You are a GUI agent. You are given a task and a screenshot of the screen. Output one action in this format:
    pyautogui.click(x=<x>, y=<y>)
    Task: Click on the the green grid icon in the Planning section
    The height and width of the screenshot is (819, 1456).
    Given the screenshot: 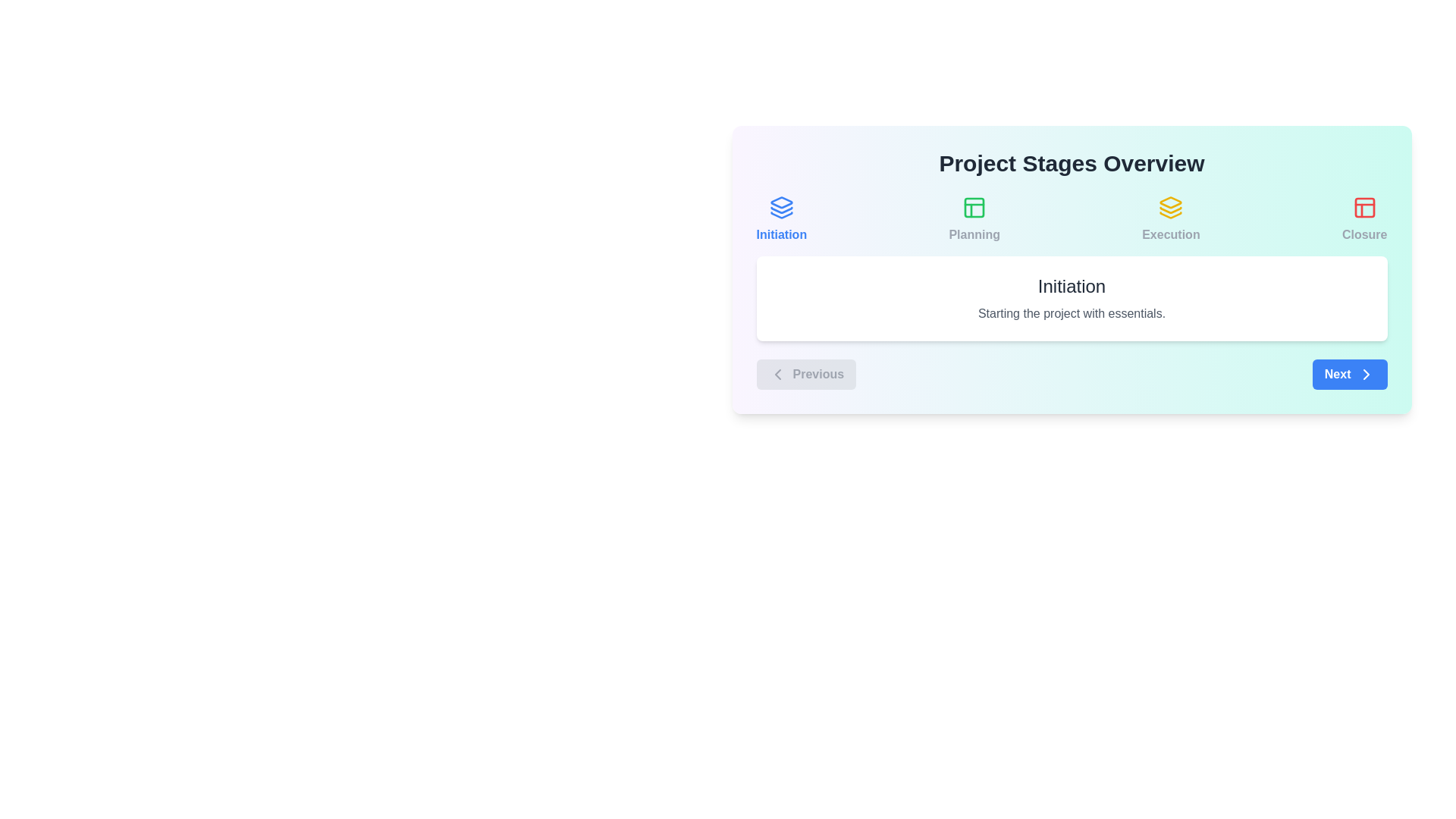 What is the action you would take?
    pyautogui.click(x=974, y=207)
    